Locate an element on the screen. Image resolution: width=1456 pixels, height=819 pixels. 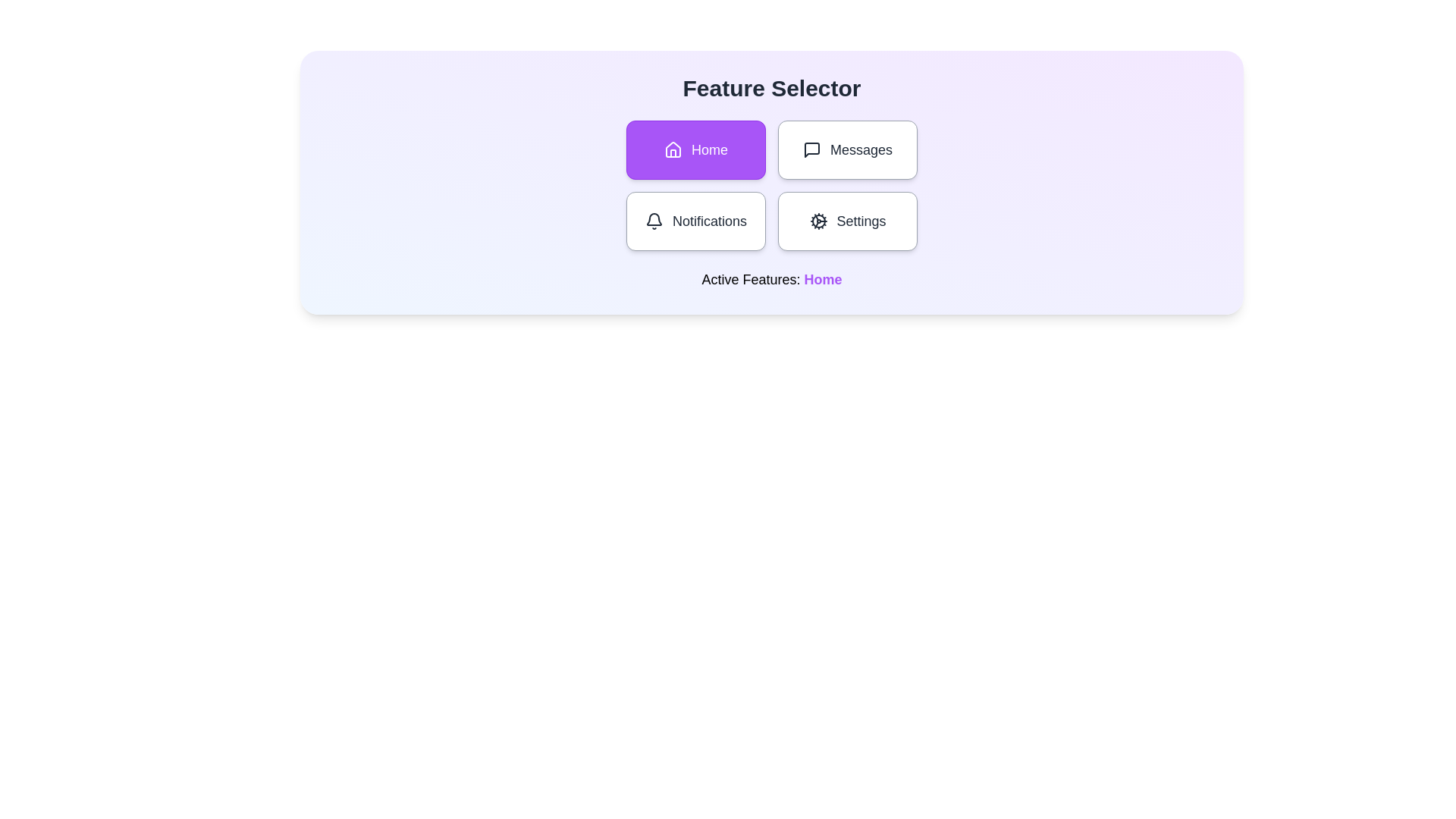
the settings button located in the bottom-right position of the 2x2 grid layout to trigger the hover effect is located at coordinates (847, 221).